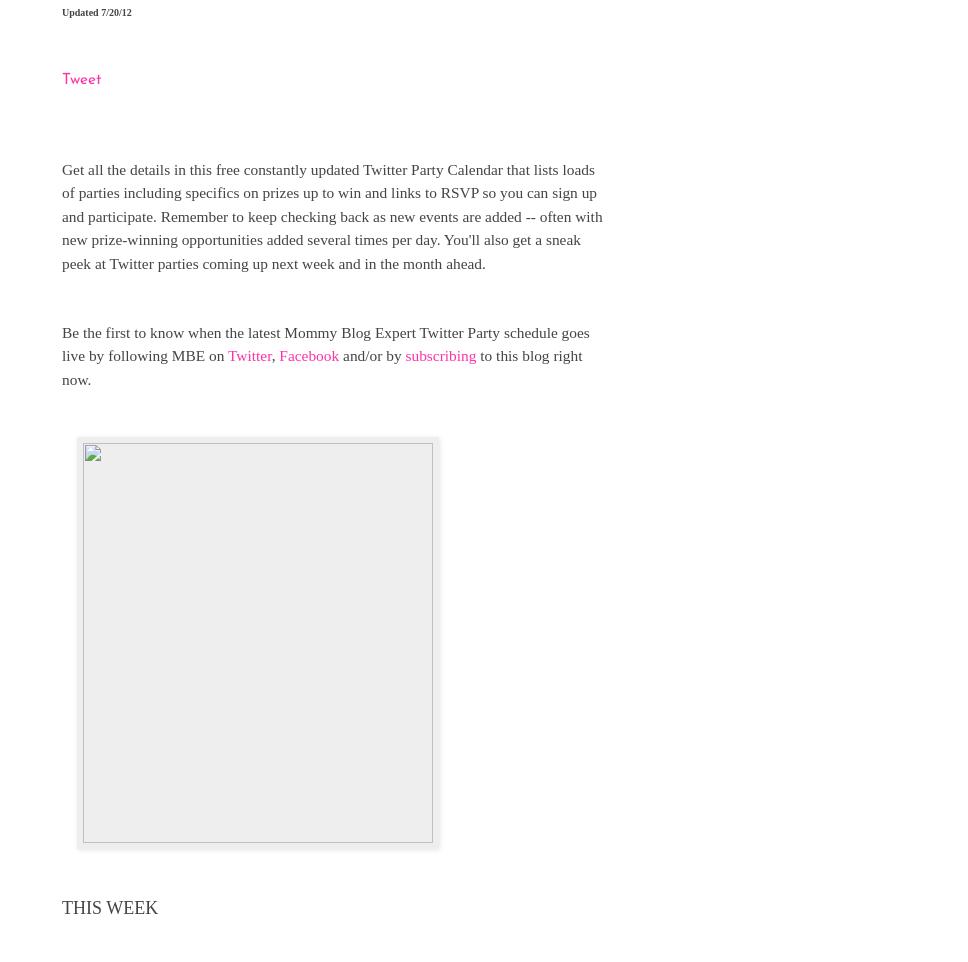 This screenshot has height=962, width=968. I want to click on 'THIS WEEK', so click(60, 907).